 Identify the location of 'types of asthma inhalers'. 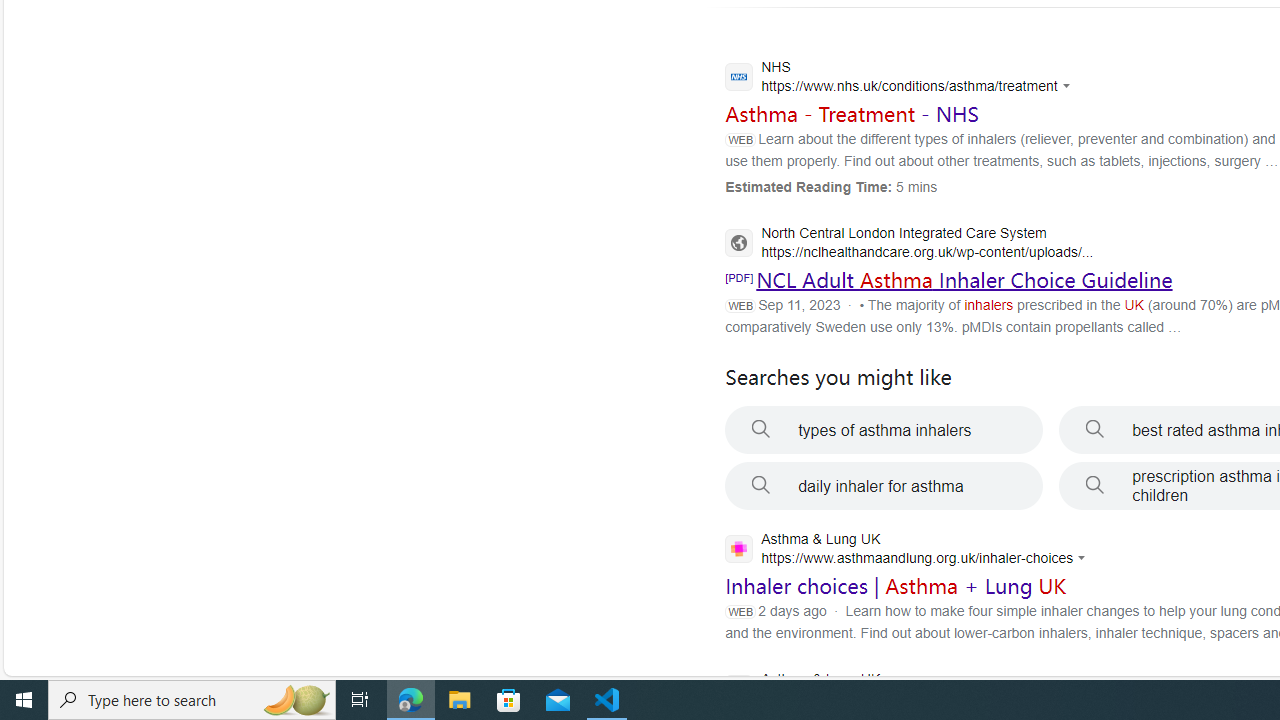
(883, 429).